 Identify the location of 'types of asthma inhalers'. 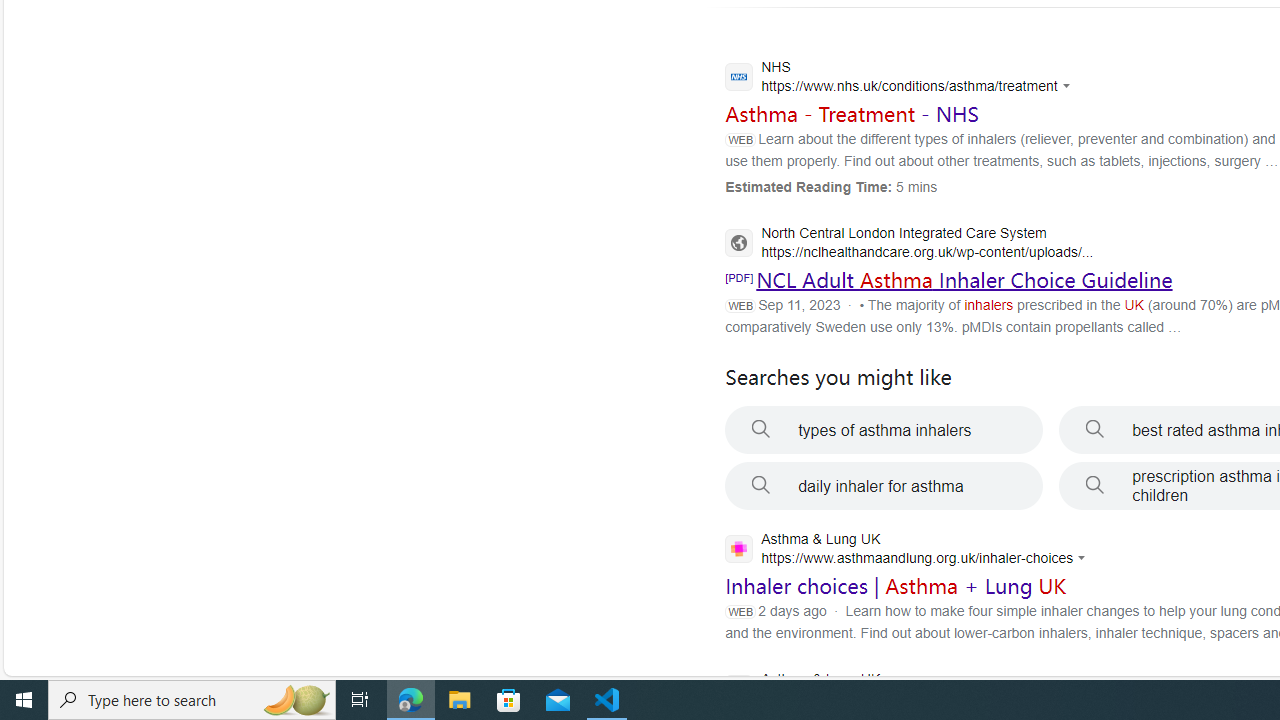
(883, 429).